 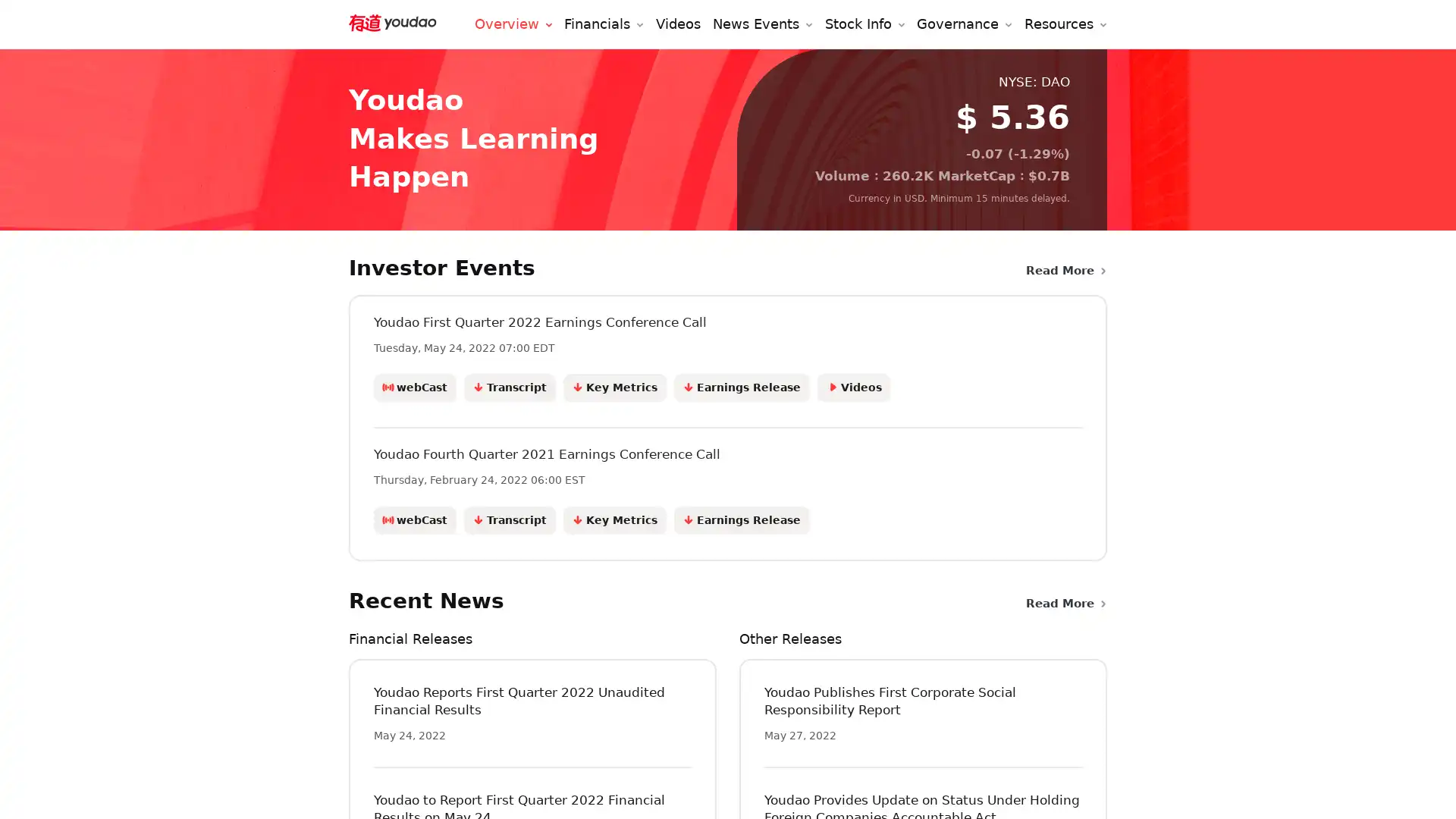 What do you see at coordinates (614, 519) in the screenshot?
I see `Key Metrics` at bounding box center [614, 519].